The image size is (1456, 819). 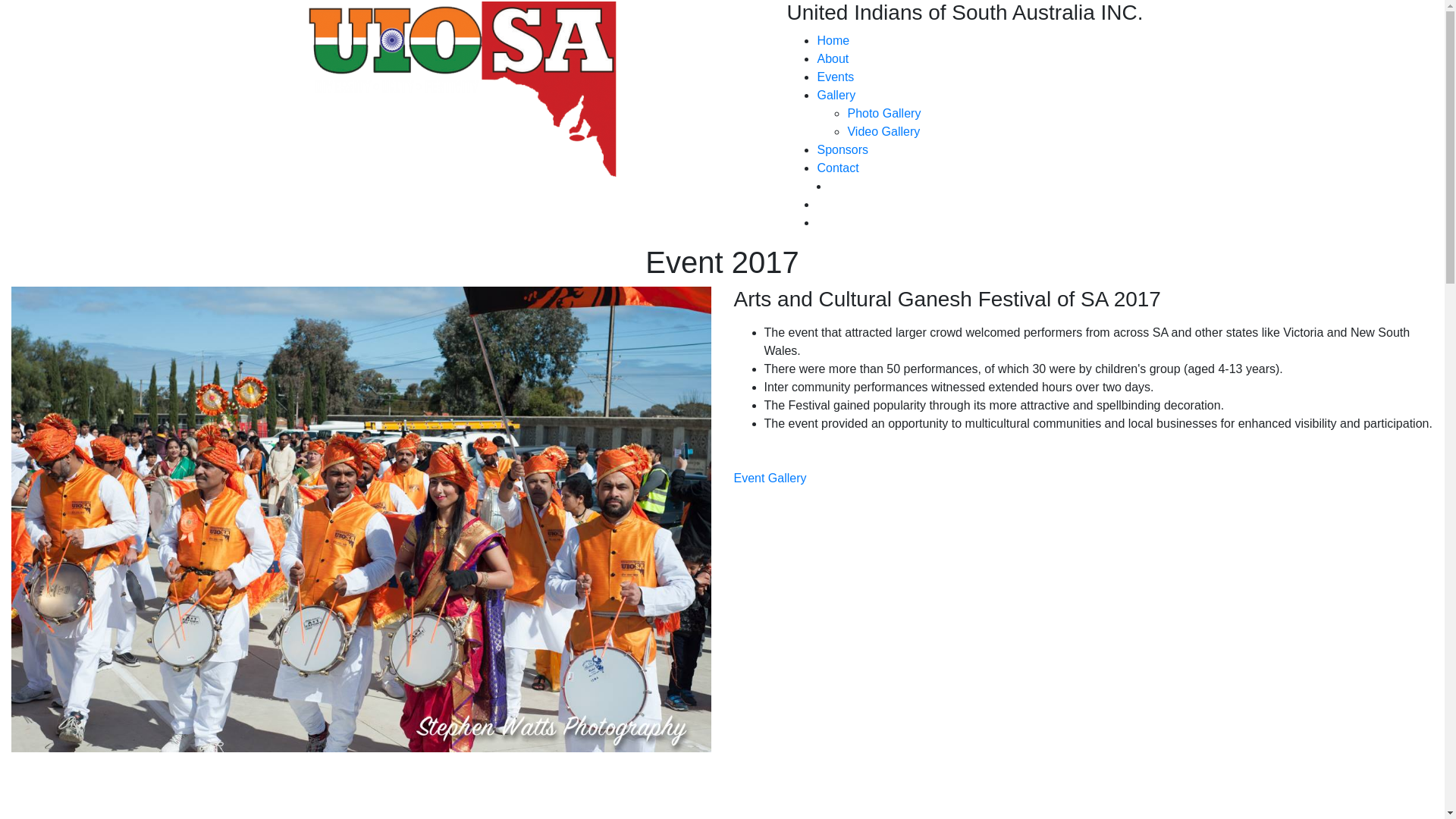 I want to click on 'Events', so click(x=834, y=77).